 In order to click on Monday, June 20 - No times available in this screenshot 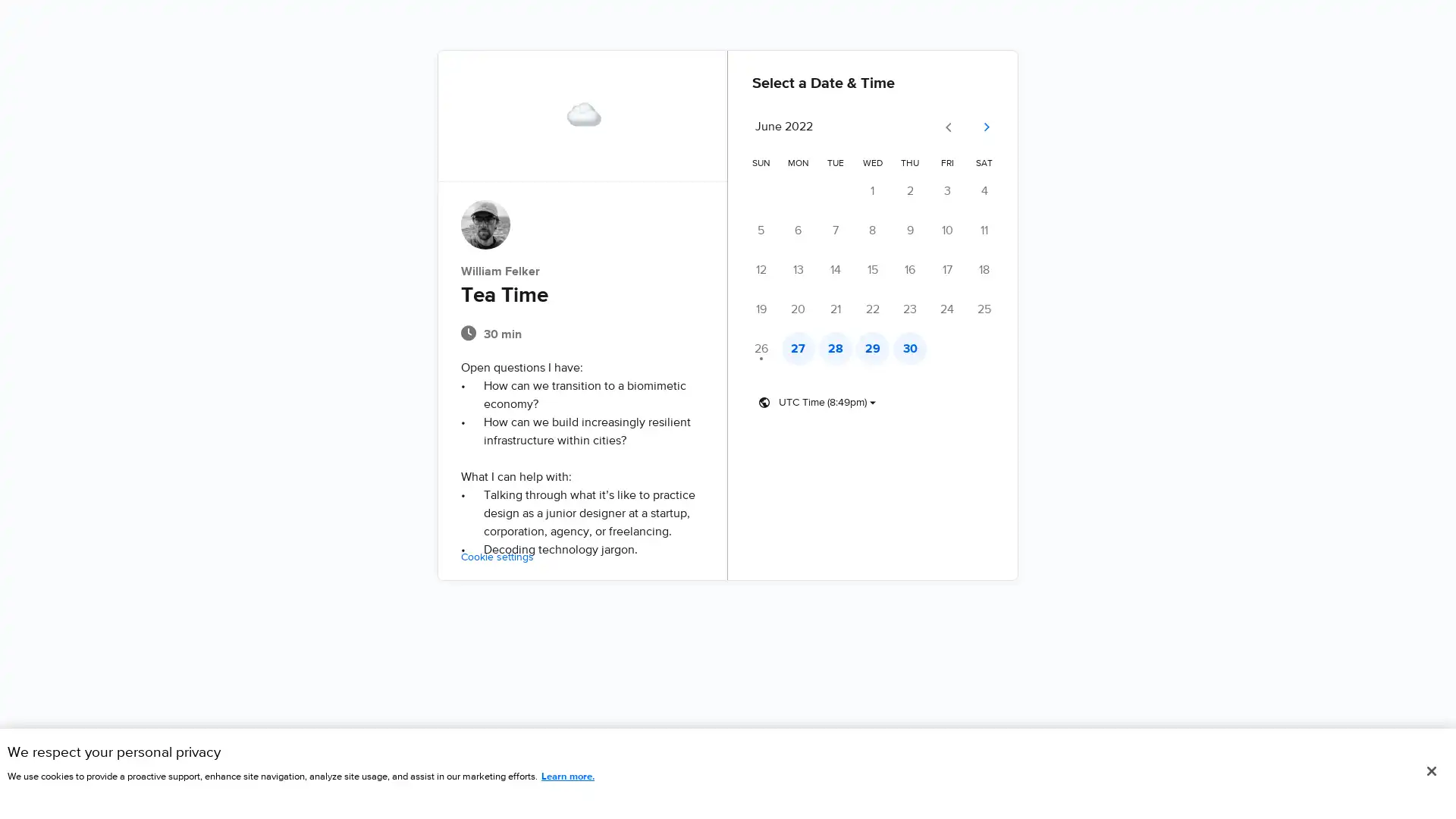, I will do `click(800, 309)`.